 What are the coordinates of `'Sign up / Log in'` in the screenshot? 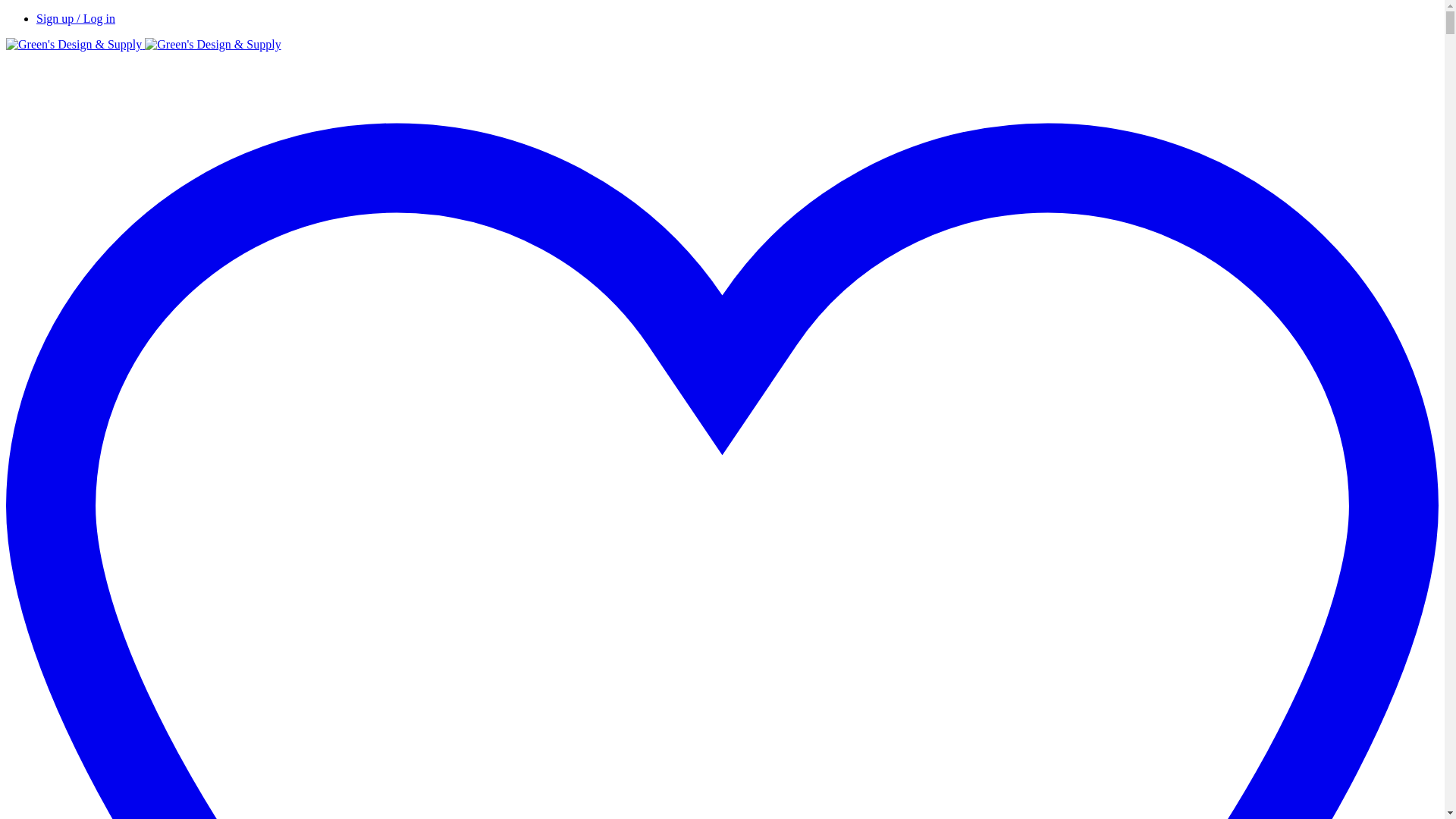 It's located at (75, 18).